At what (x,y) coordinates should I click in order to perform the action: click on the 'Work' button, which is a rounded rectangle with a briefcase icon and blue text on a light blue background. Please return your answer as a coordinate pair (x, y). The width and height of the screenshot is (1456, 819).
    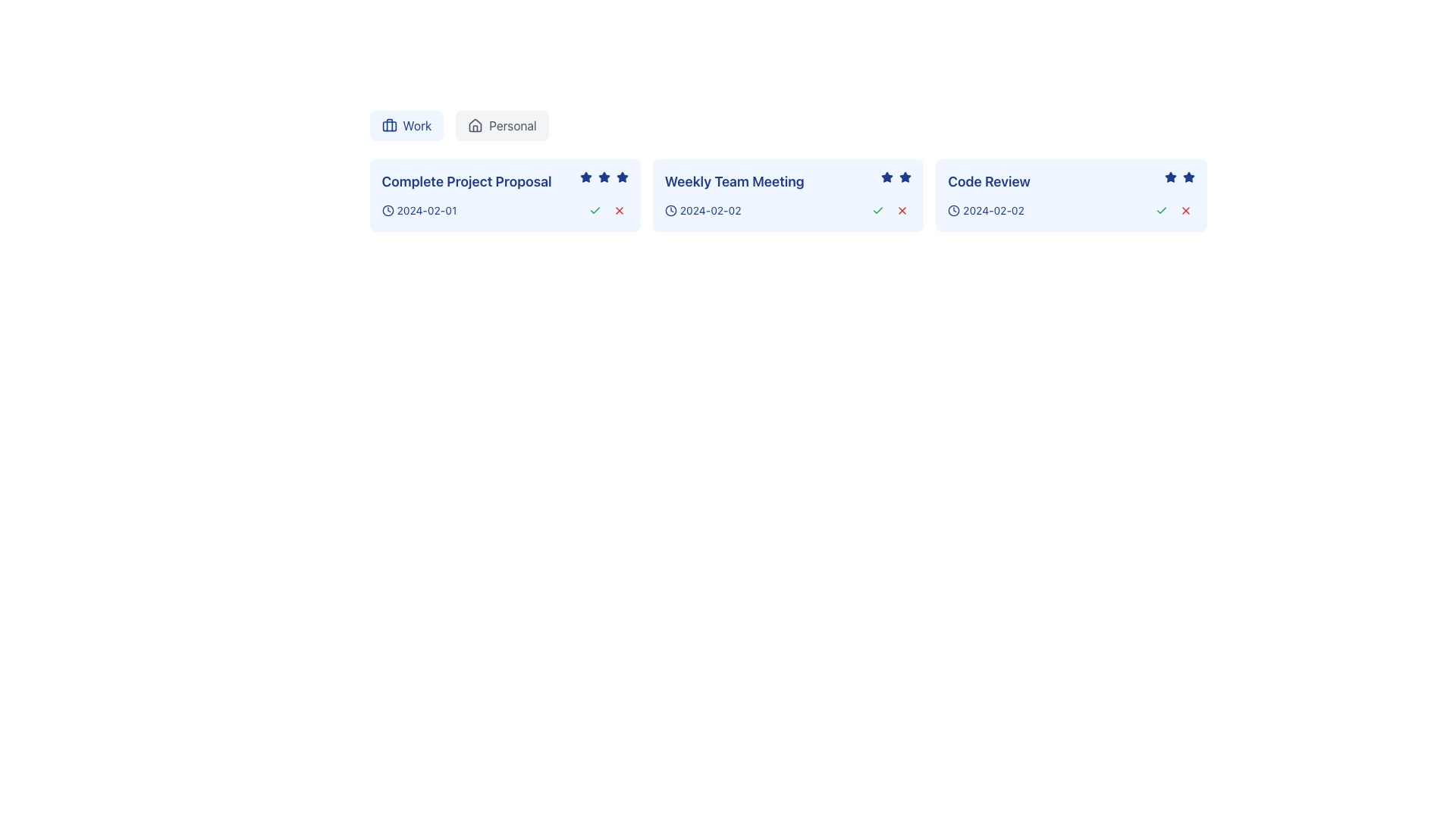
    Looking at the image, I should click on (406, 124).